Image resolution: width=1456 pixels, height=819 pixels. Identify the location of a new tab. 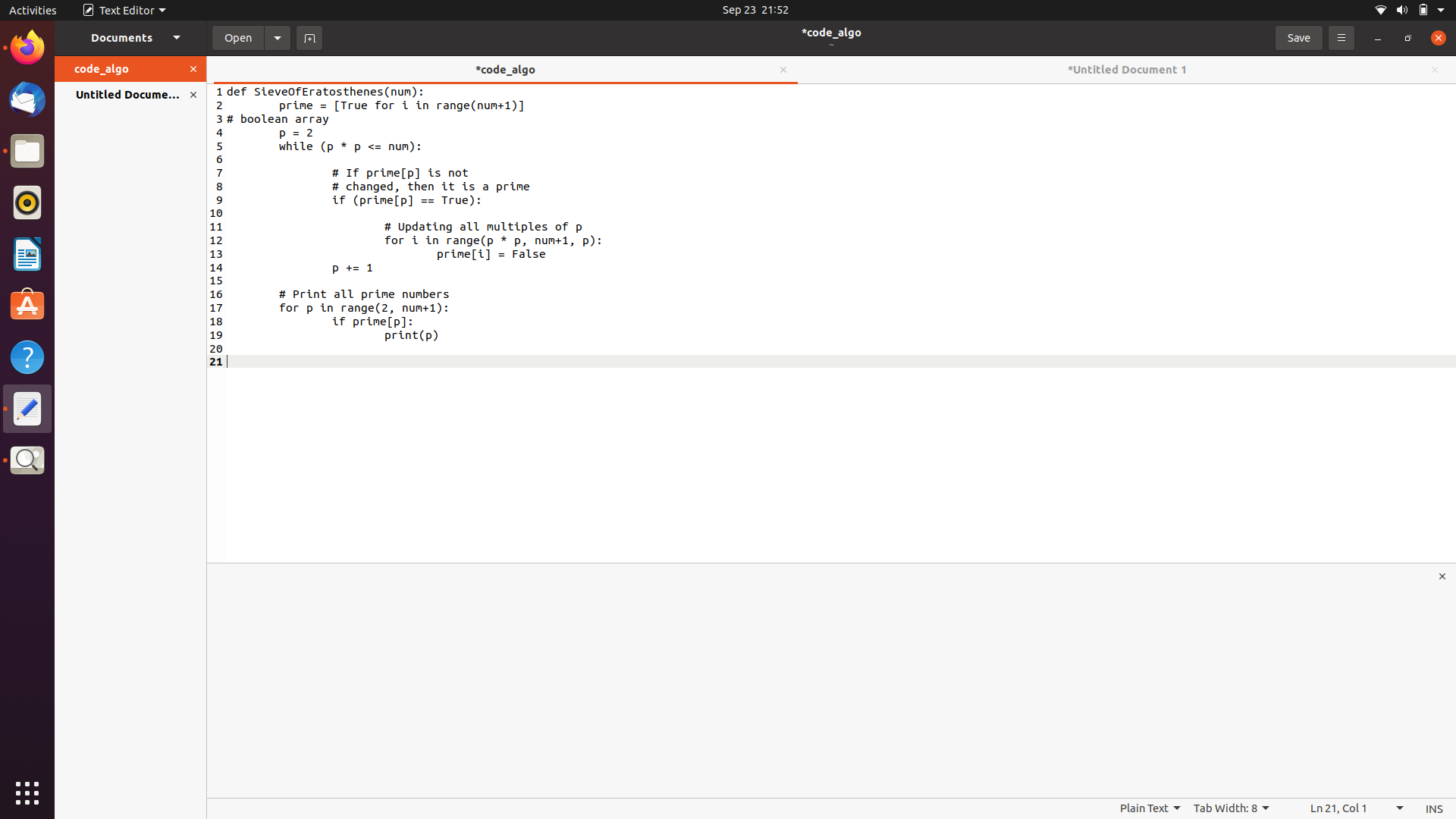
(308, 36).